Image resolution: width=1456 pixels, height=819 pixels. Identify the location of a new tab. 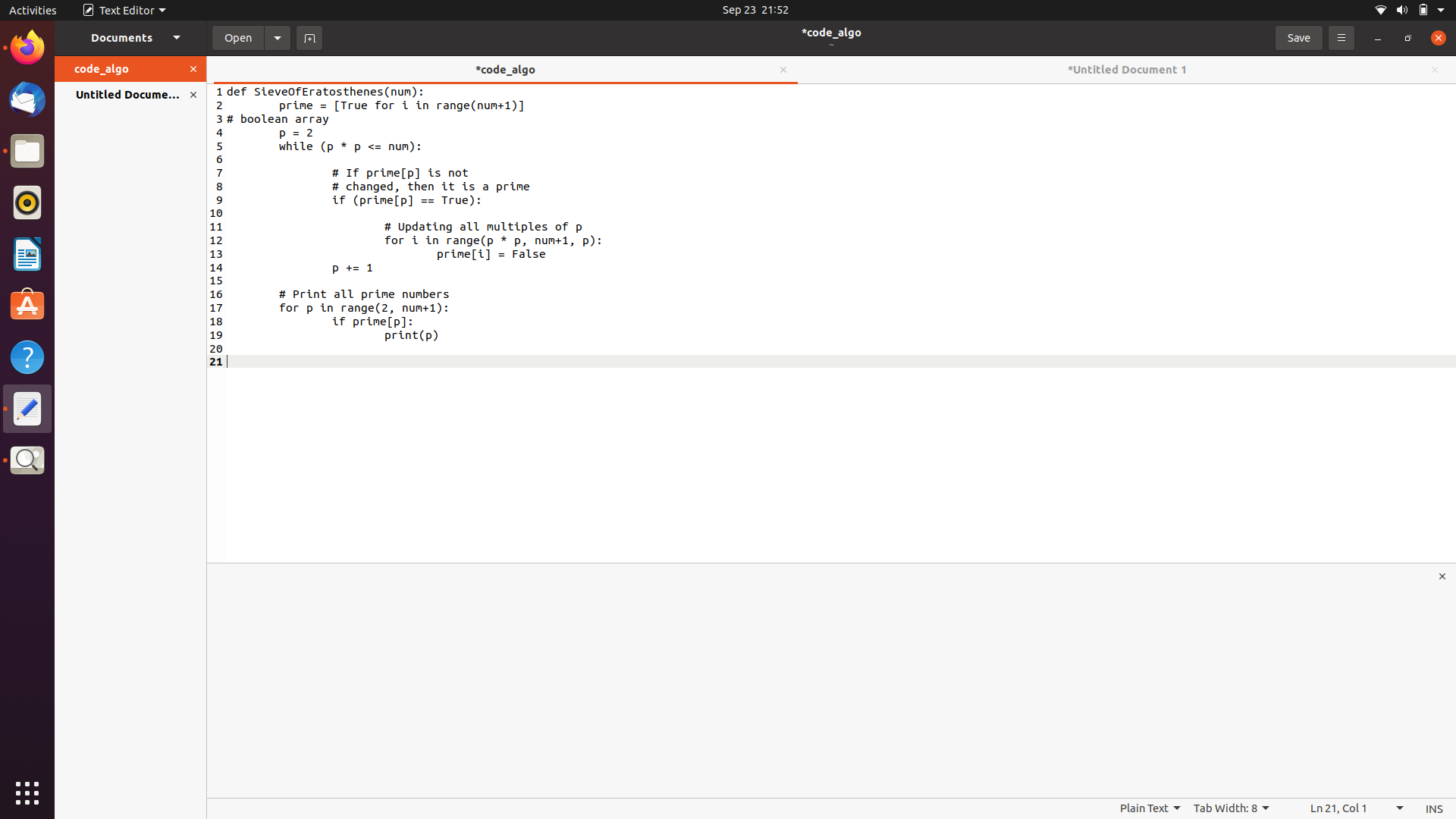
(308, 36).